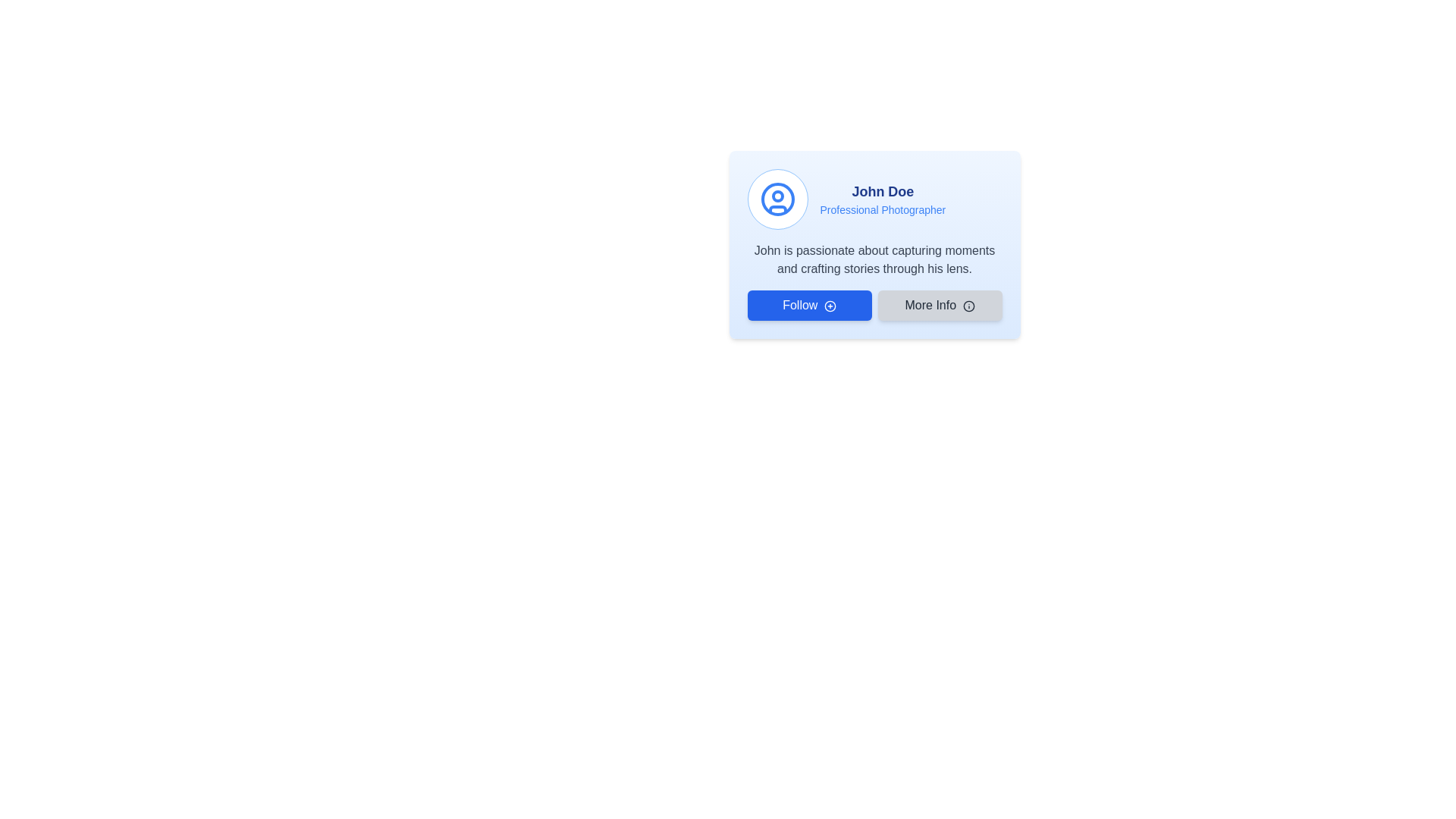 The height and width of the screenshot is (819, 1456). What do you see at coordinates (968, 306) in the screenshot?
I see `the circular information icon located to the right within the 'More Info' button, which features a thick visible border and a small dot or line inside` at bounding box center [968, 306].